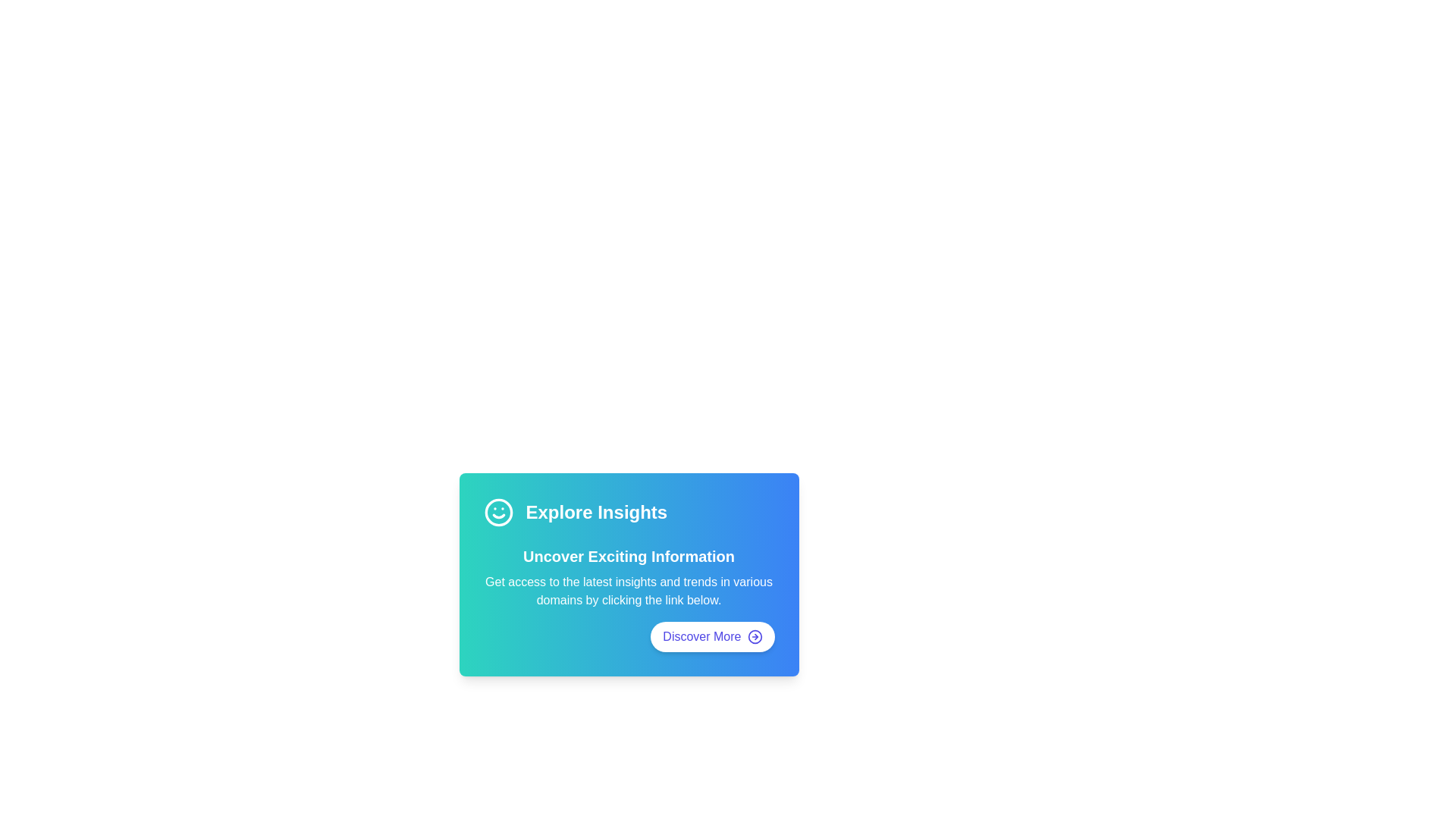 The width and height of the screenshot is (1456, 819). I want to click on the central circular part of the arrow icon located to the right of the 'Discover More' button in the UI card, so click(755, 637).